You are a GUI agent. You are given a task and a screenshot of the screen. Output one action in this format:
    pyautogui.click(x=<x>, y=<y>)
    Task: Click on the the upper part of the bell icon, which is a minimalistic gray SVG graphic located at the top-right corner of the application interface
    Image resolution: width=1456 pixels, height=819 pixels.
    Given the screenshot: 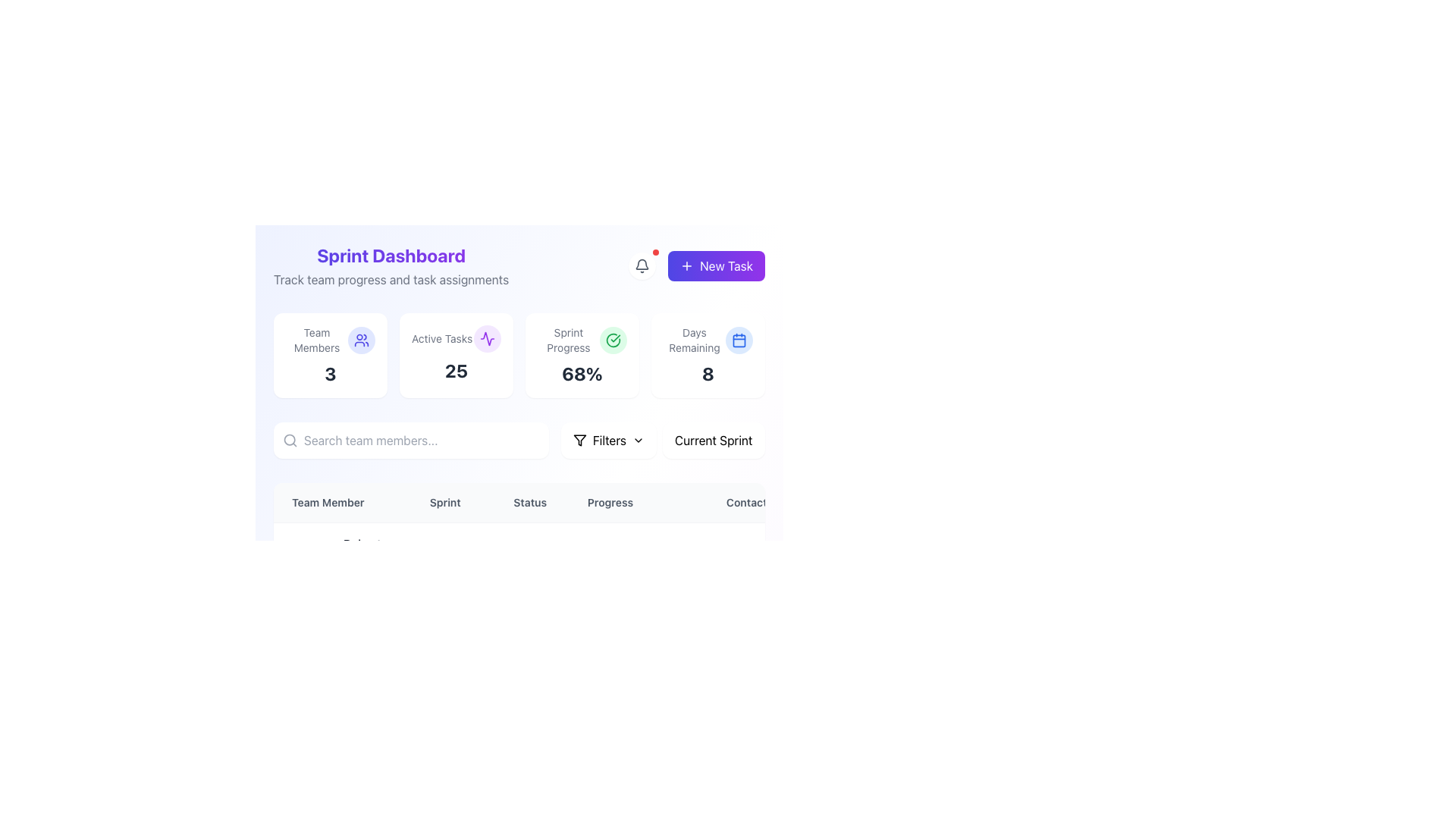 What is the action you would take?
    pyautogui.click(x=642, y=263)
    